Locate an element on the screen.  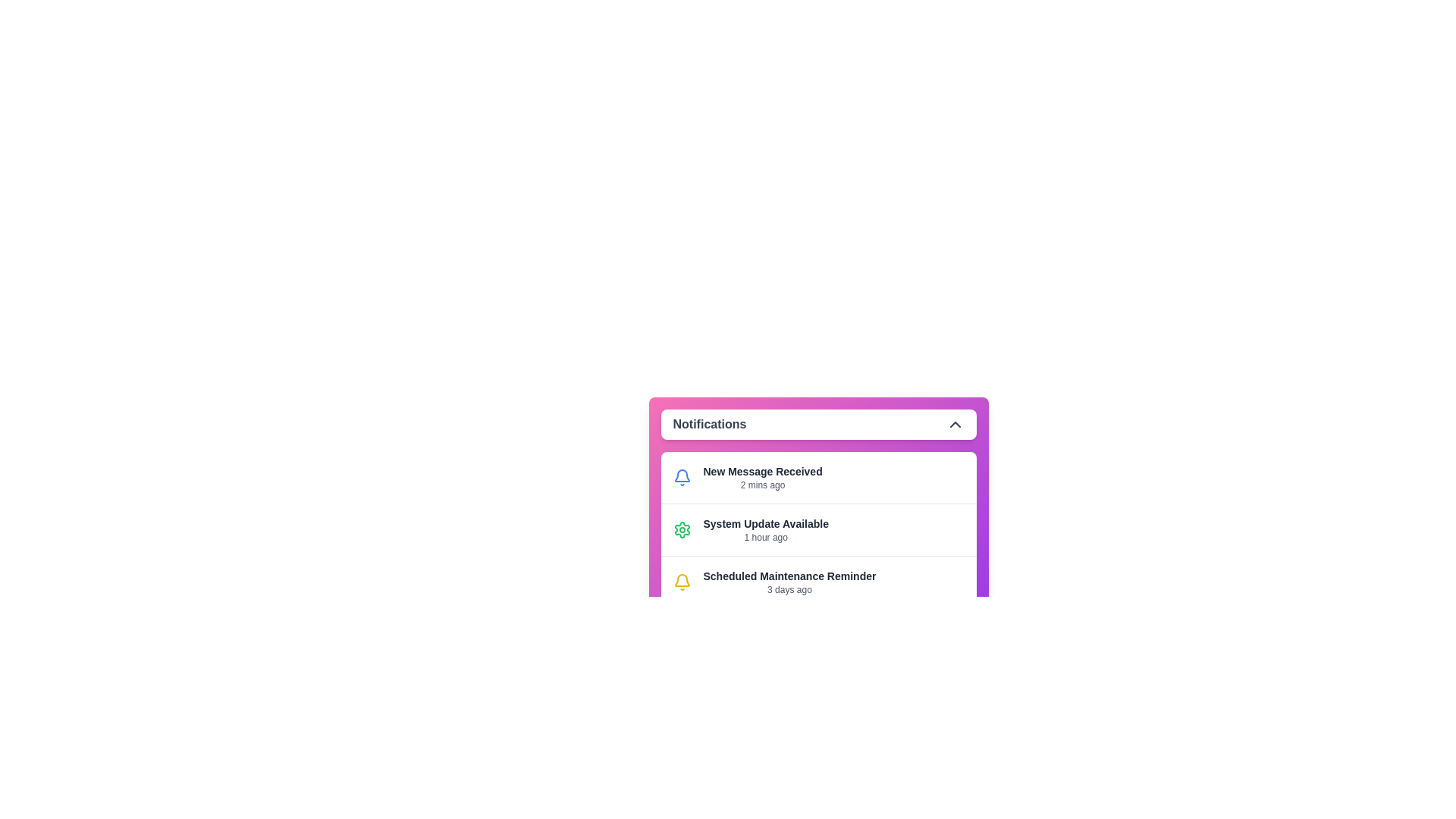
text displayed in the notification card, which says 'New Message Received' followed by '2 mins ago' is located at coordinates (763, 476).